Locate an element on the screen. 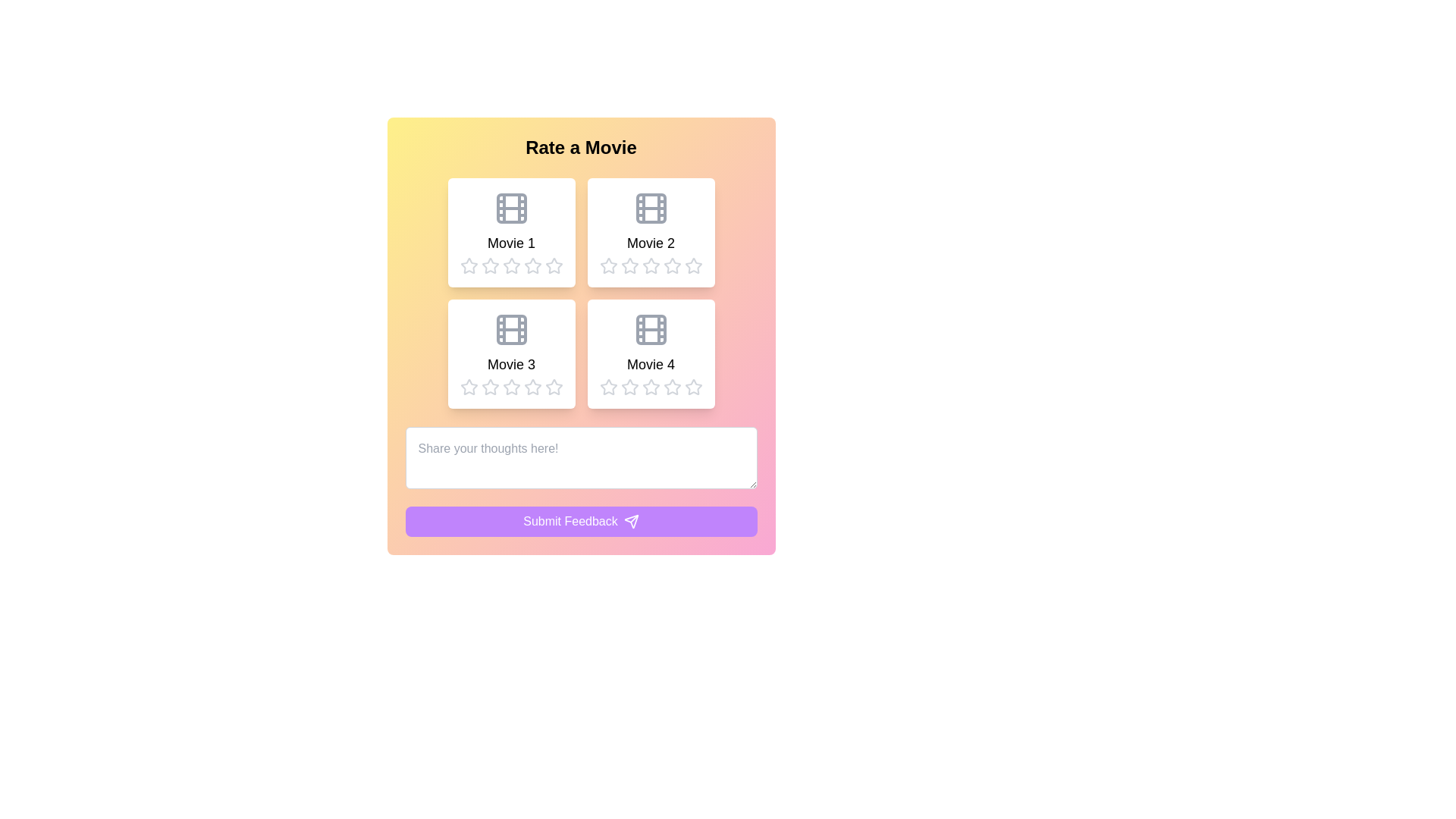 This screenshot has width=1456, height=819. the second star icon for rating purposes located under the 'Movie 2' title is located at coordinates (629, 265).